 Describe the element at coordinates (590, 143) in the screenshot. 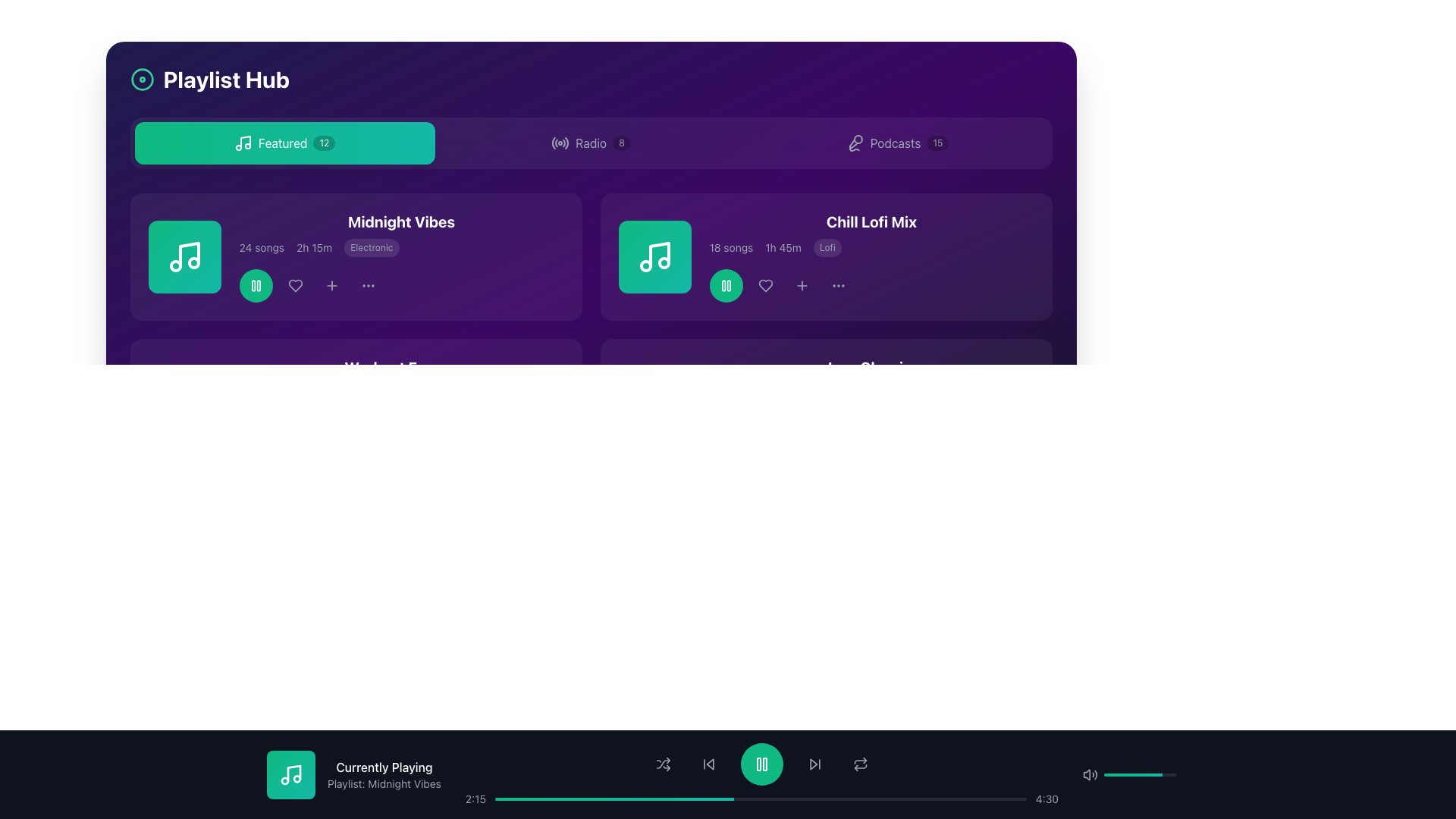

I see `the 'Radio' button or tab` at that location.